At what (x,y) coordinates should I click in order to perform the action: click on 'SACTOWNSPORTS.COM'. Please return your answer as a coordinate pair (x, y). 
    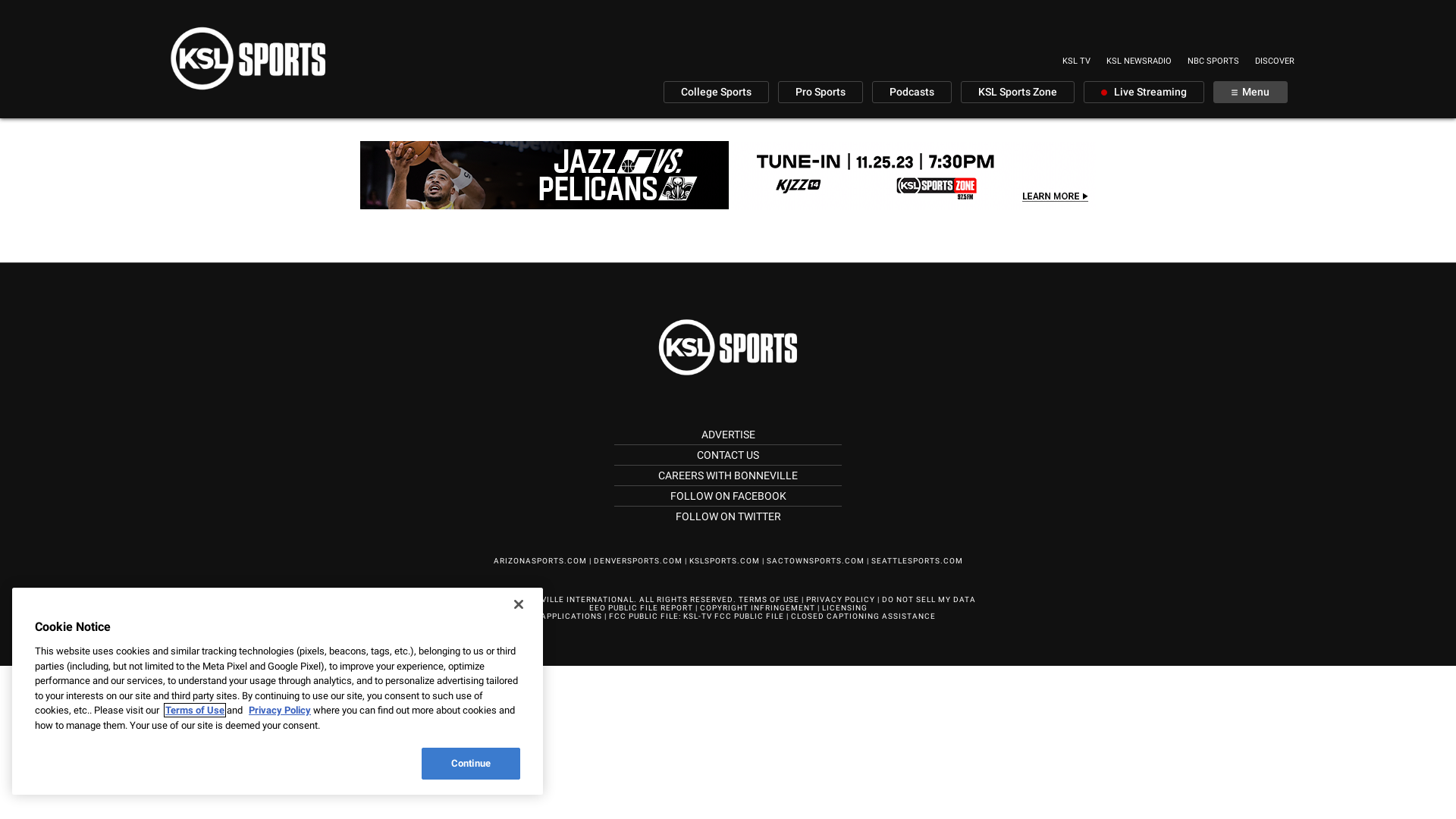
    Looking at the image, I should click on (814, 560).